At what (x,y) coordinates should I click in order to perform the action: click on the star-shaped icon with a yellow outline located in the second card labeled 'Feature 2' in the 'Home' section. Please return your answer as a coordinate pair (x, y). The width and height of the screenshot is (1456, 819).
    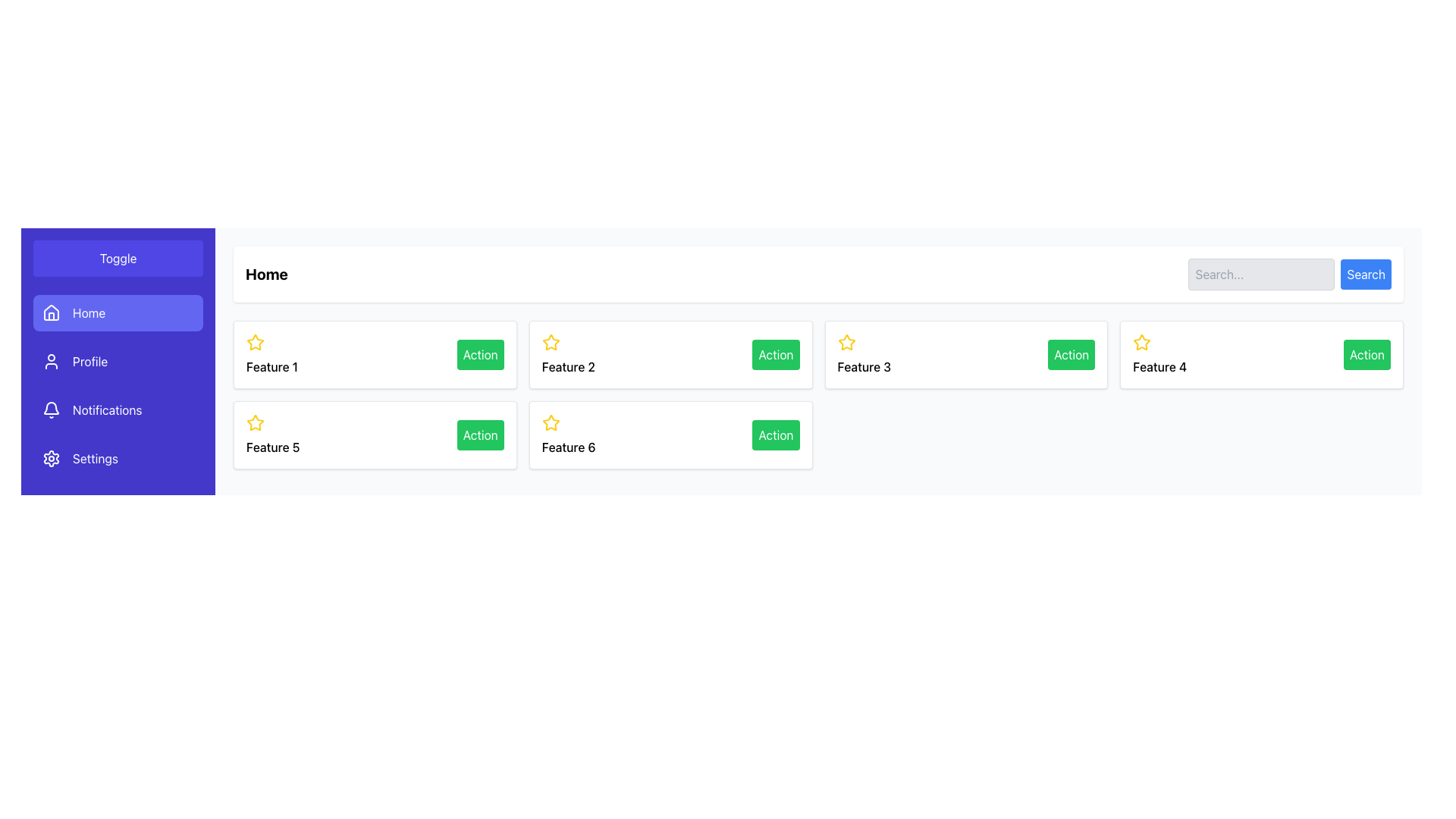
    Looking at the image, I should click on (550, 342).